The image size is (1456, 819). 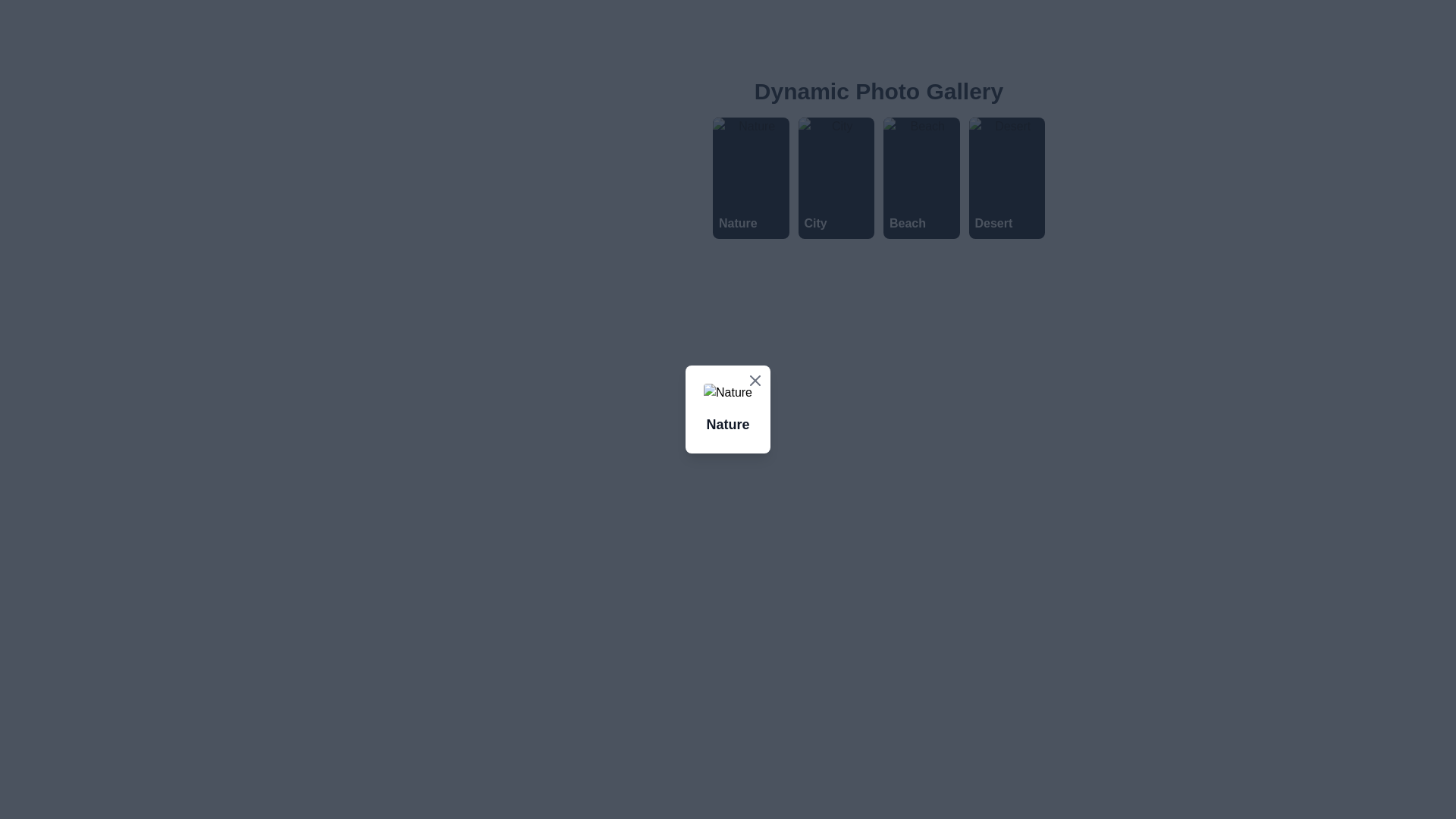 I want to click on the 'Beach' category cell, so click(x=878, y=177).